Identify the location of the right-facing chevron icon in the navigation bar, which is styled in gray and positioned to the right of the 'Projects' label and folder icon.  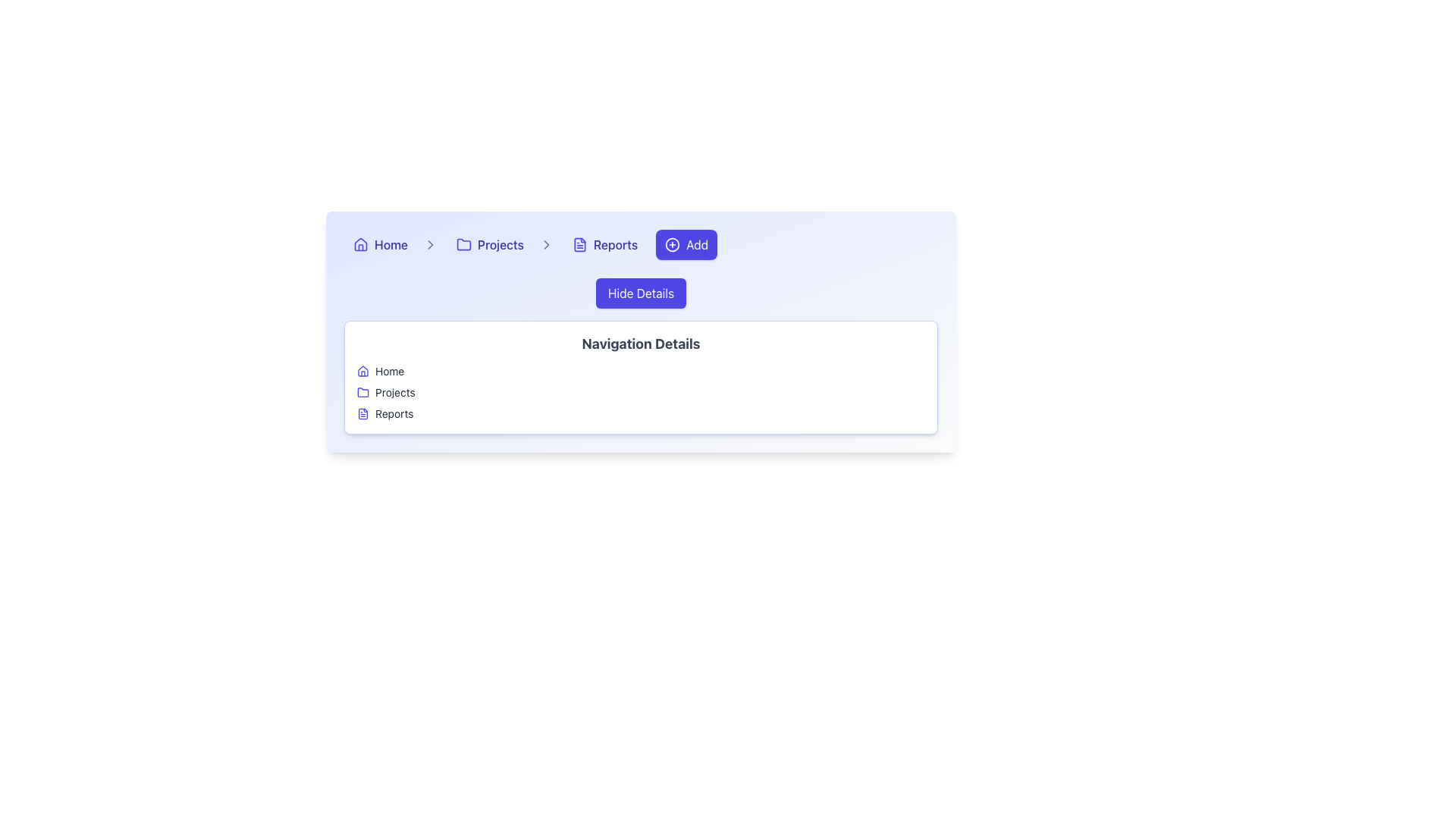
(546, 244).